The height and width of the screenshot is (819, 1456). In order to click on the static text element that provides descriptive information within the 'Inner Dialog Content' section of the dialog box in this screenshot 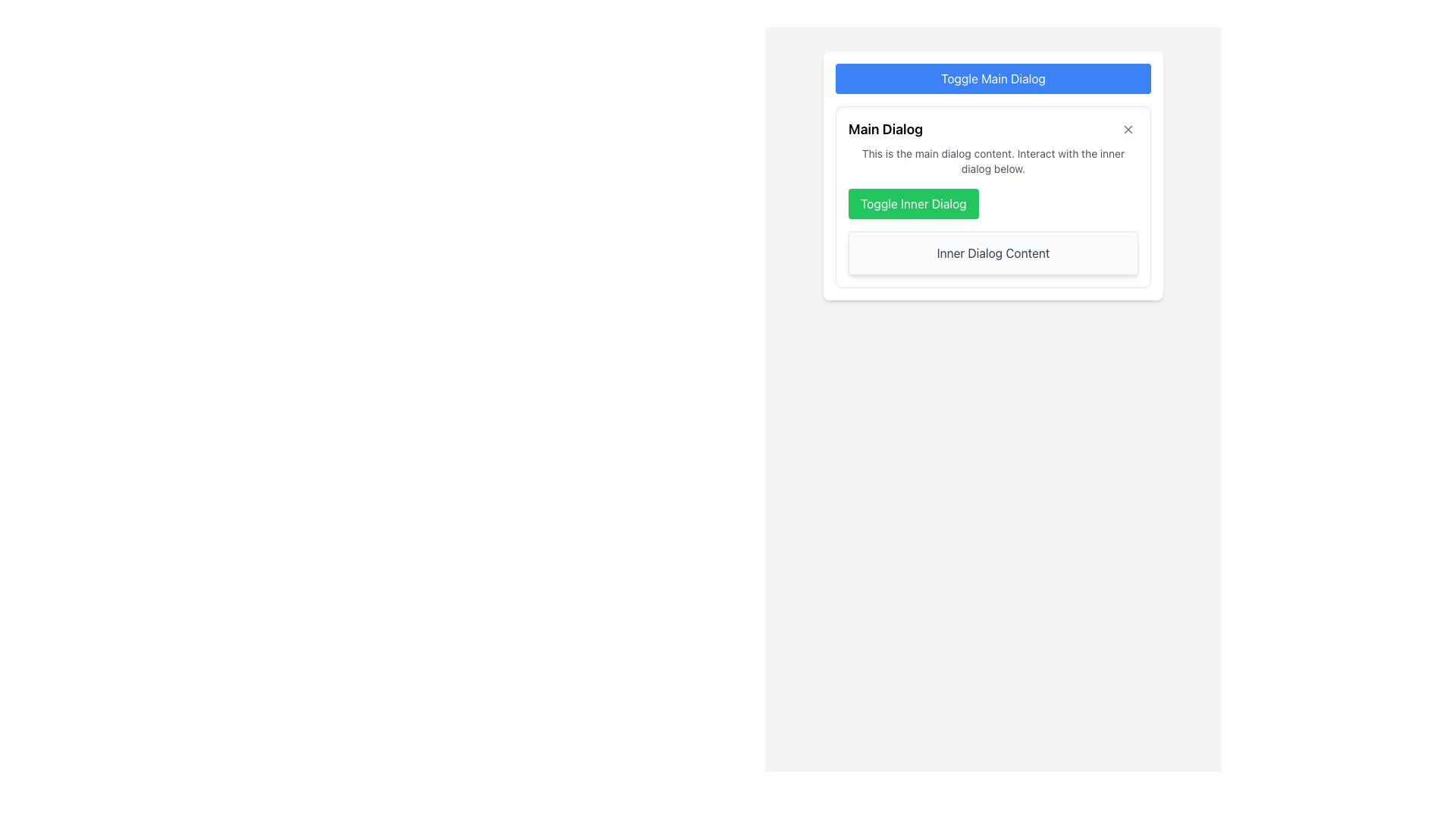, I will do `click(993, 253)`.